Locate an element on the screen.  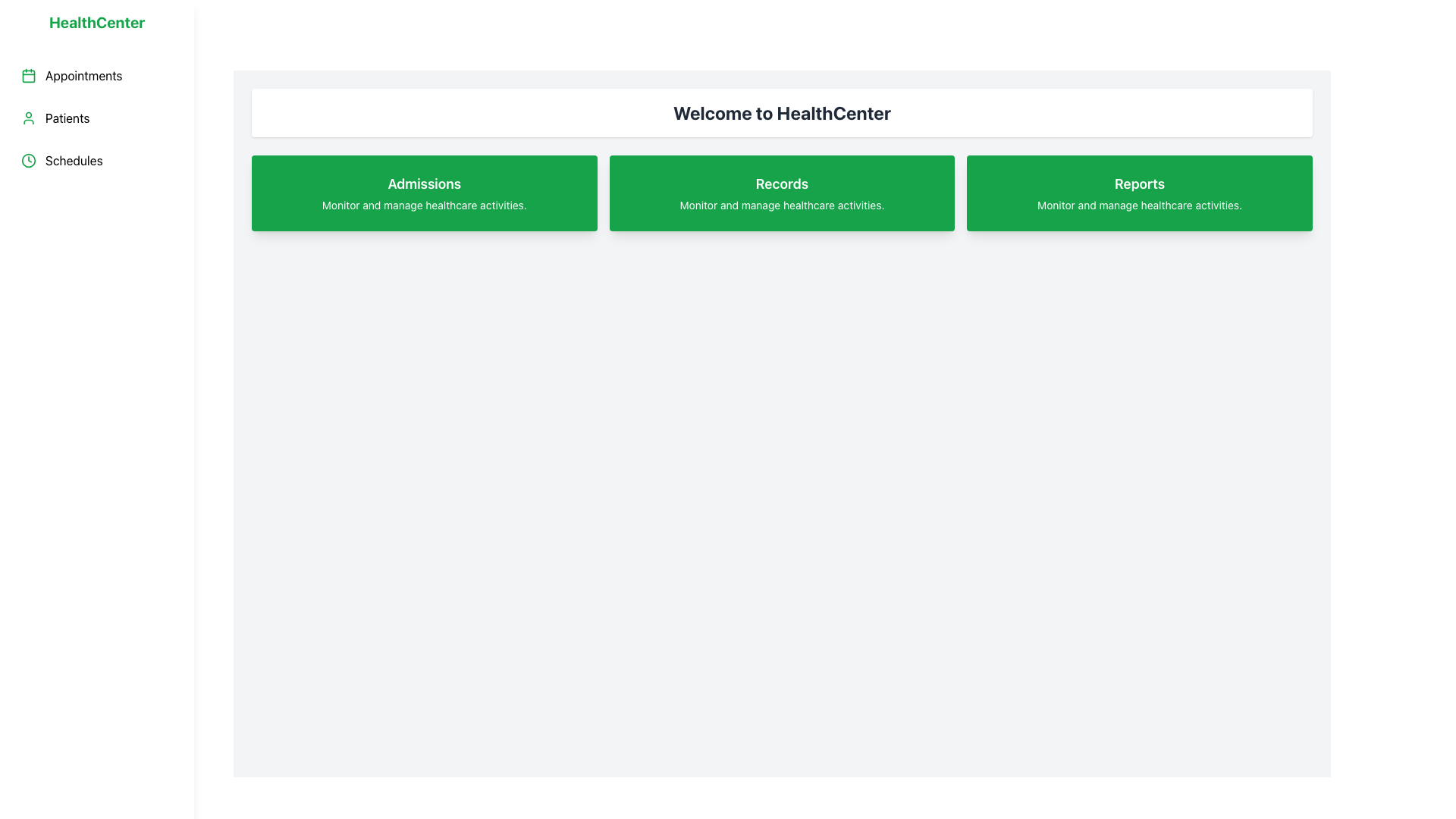
bold text label 'Admissions' located at the center of the top green card beneath the header 'Welcome to HealthCenter.' is located at coordinates (424, 184).